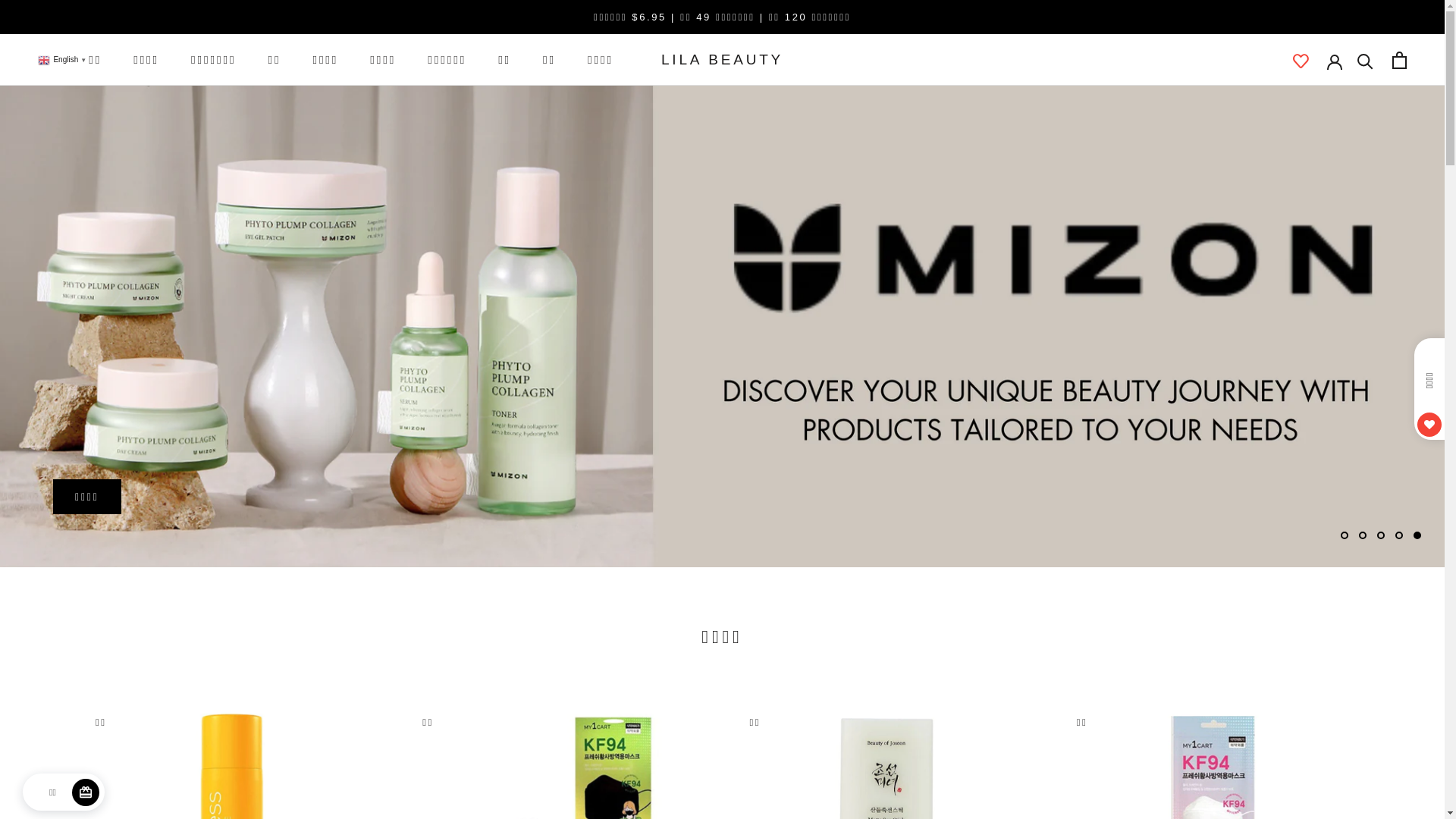 The width and height of the screenshot is (1456, 819). What do you see at coordinates (661, 58) in the screenshot?
I see `'LILA BEAUTY'` at bounding box center [661, 58].